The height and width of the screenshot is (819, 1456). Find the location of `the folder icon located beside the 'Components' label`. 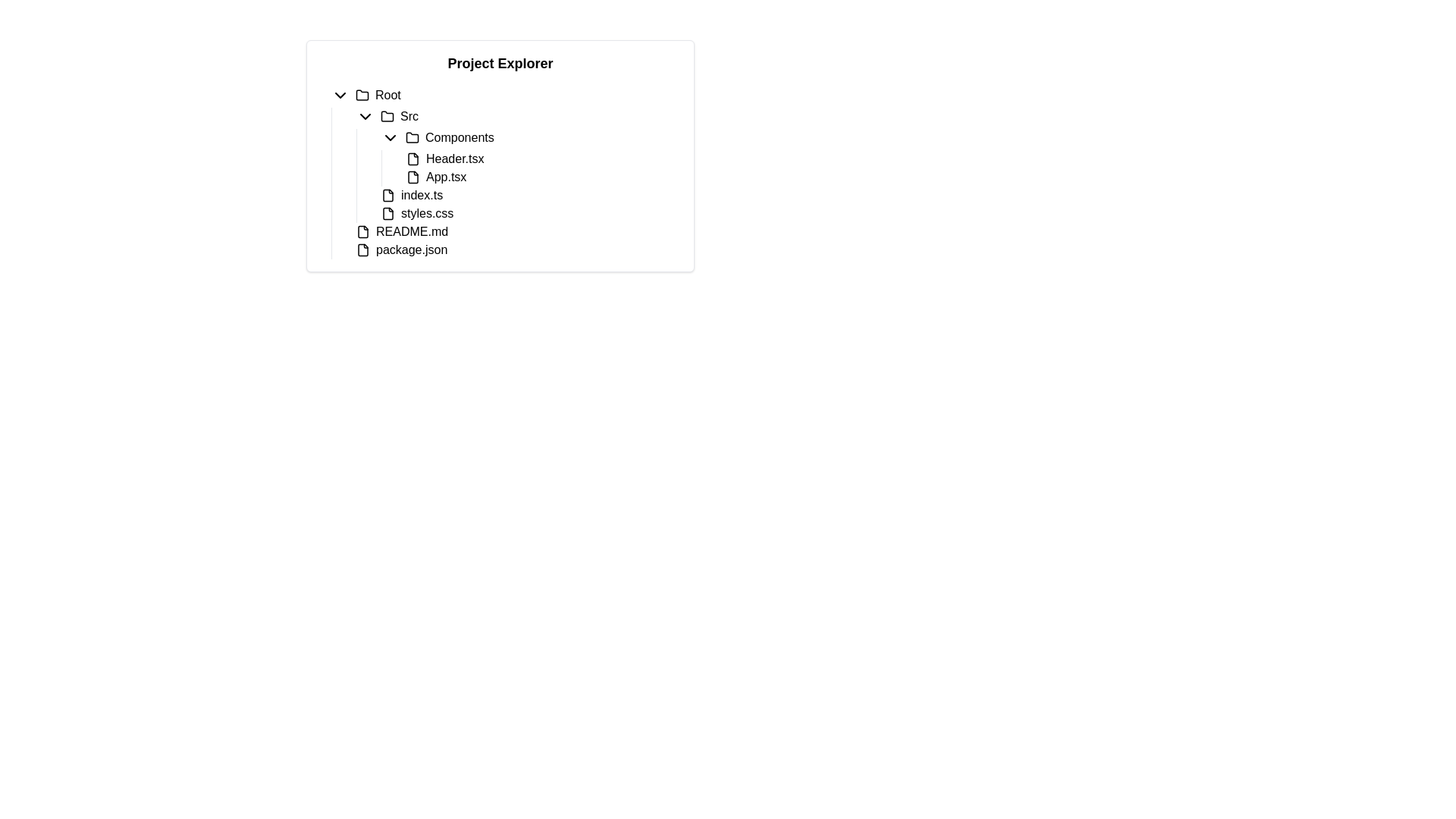

the folder icon located beside the 'Components' label is located at coordinates (412, 137).